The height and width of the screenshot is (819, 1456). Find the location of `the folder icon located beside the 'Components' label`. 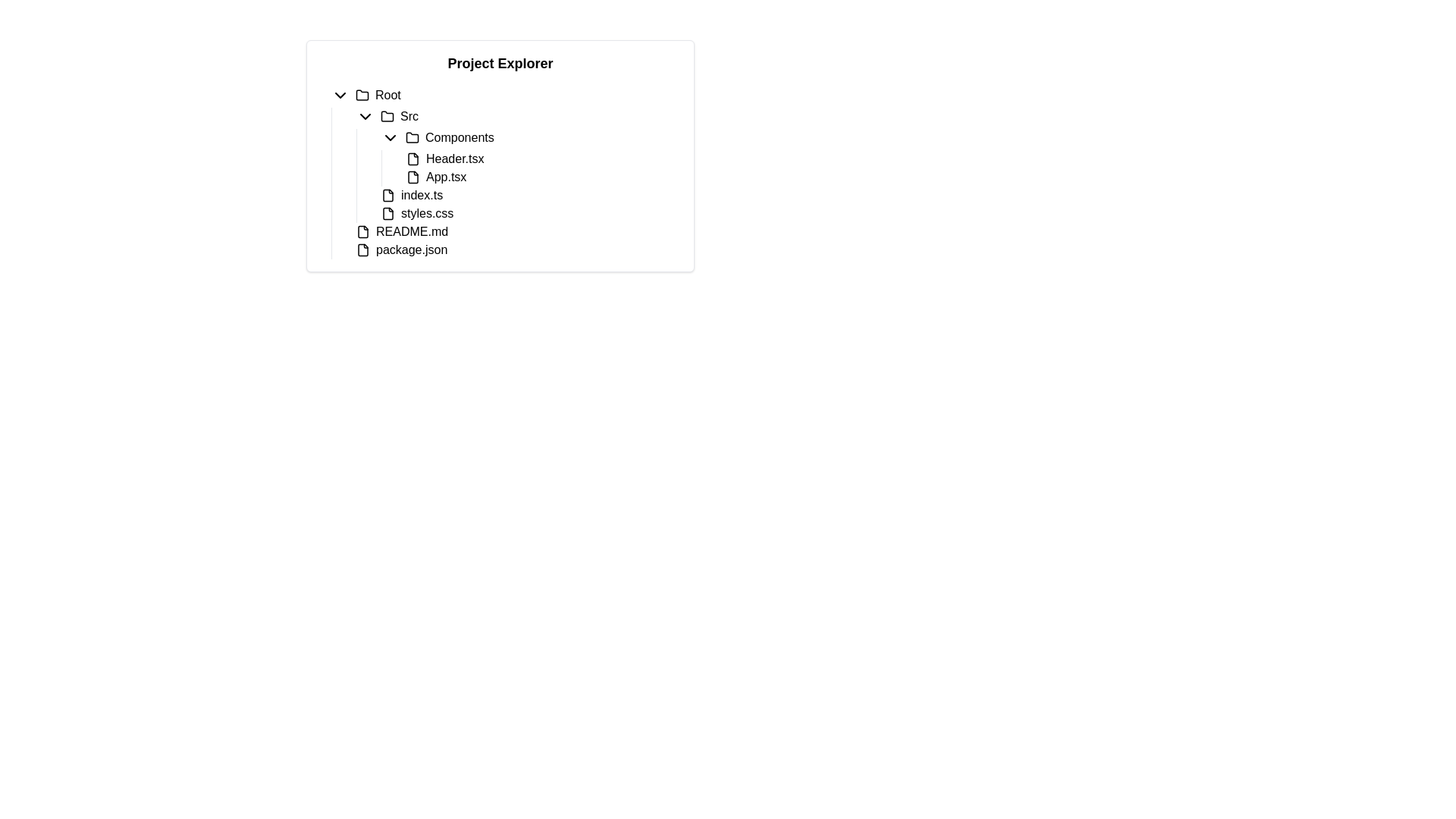

the folder icon located beside the 'Components' label is located at coordinates (412, 137).